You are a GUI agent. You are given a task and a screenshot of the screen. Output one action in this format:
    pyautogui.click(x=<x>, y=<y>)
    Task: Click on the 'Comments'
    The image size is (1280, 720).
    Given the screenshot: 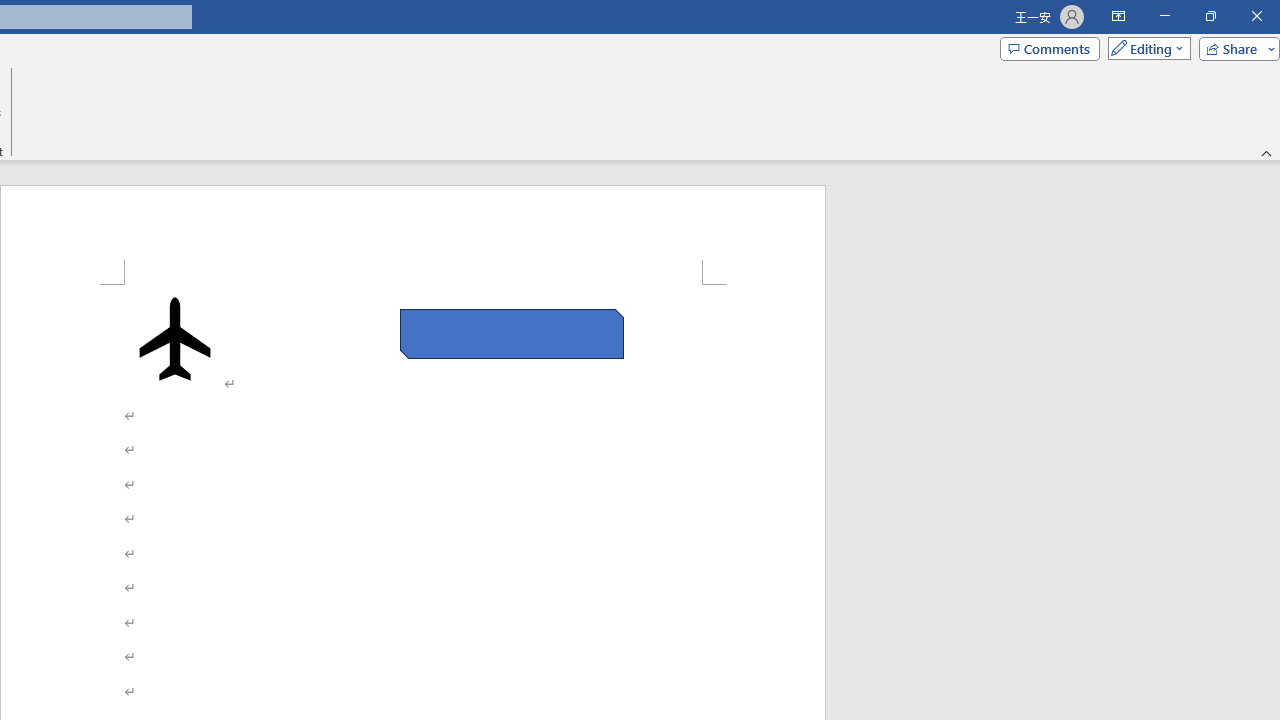 What is the action you would take?
    pyautogui.click(x=1048, y=47)
    